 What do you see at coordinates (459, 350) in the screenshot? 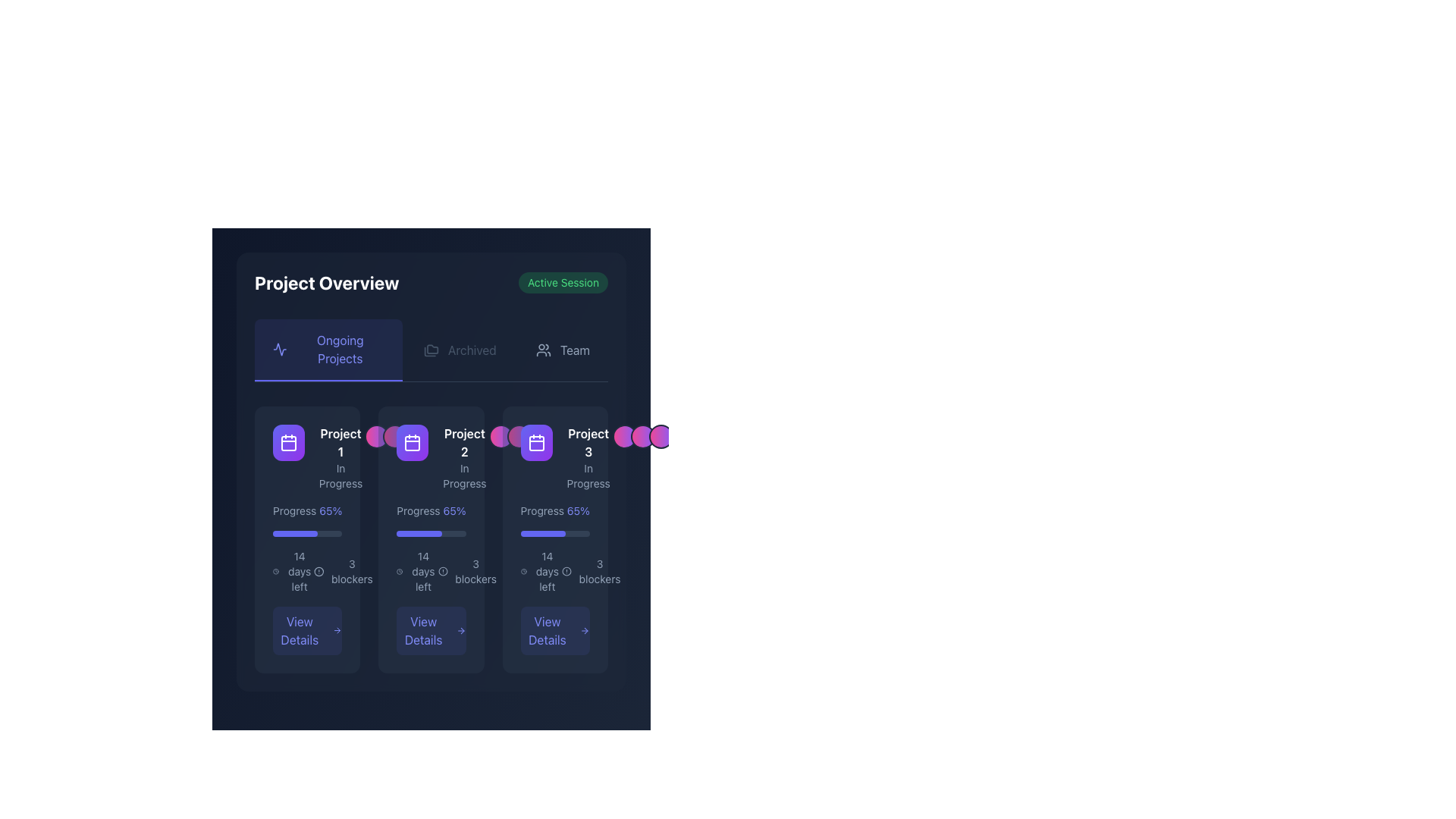
I see `the 'Archived' button, which is the second button in a group of three, featuring a folder icon and labeled 'Archived'` at bounding box center [459, 350].